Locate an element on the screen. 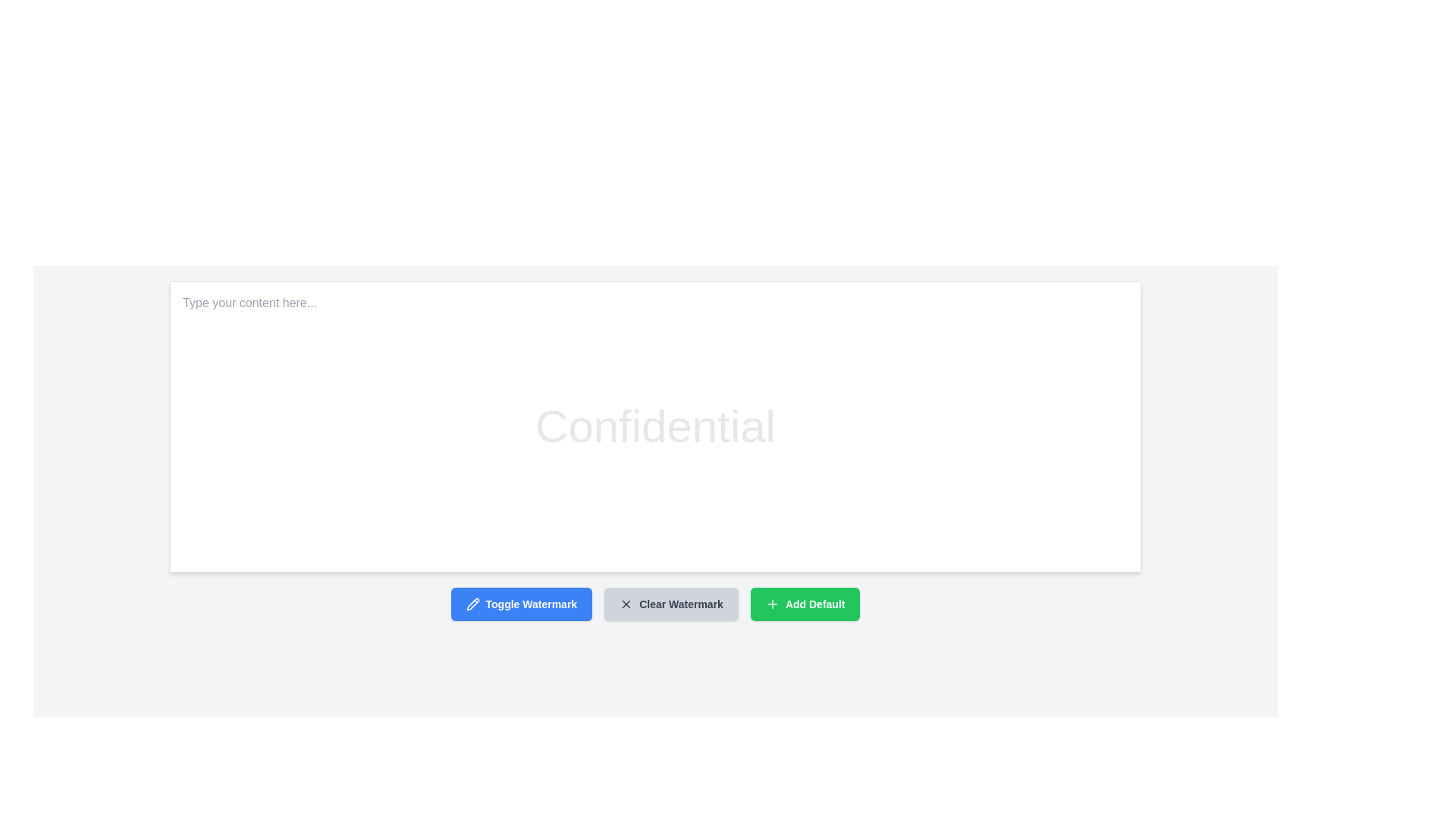  the small '+' icon within the 'Add Default' green button, which is located at the bottom-right section of the interface is located at coordinates (772, 604).